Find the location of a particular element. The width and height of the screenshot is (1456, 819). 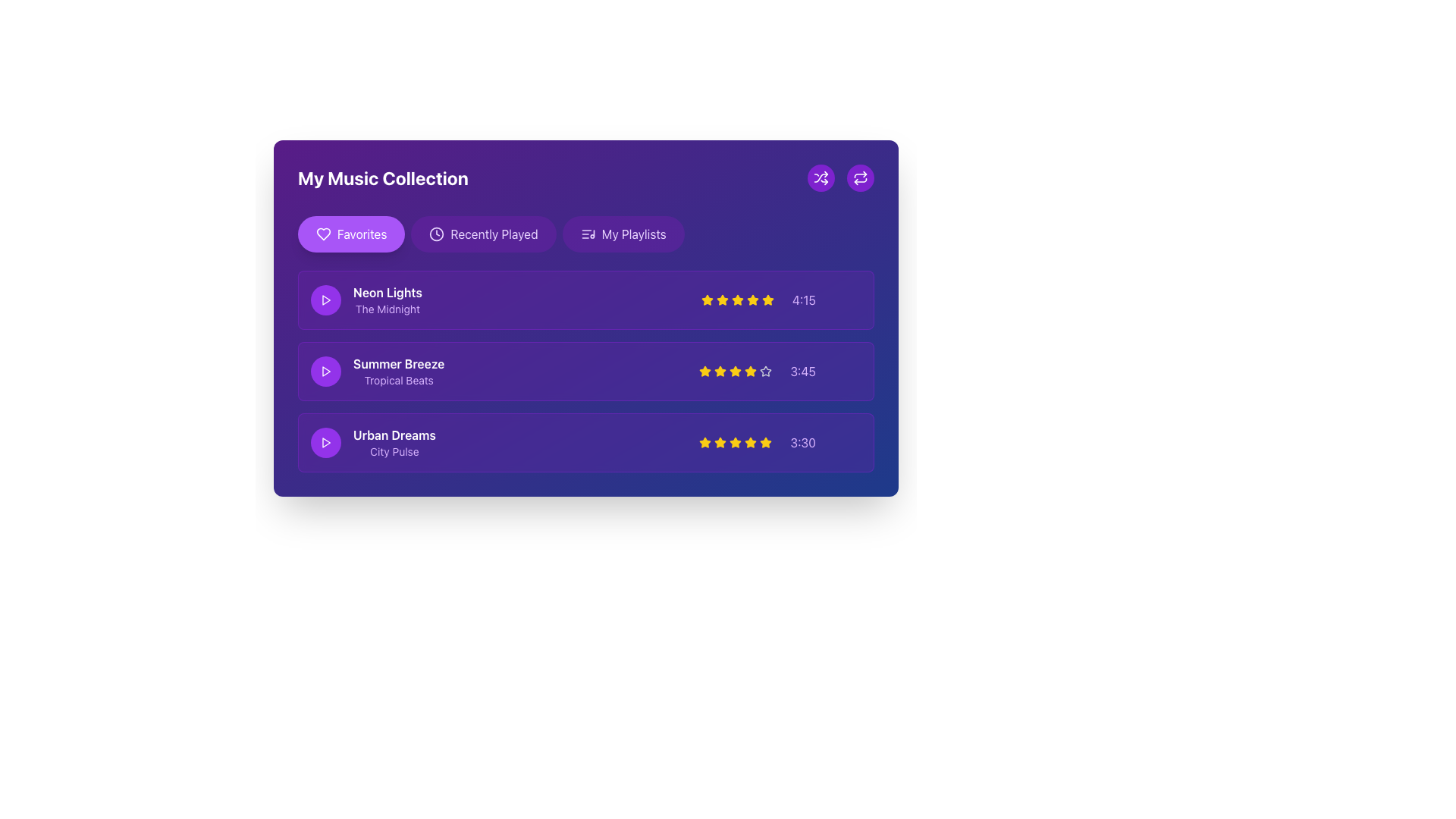

the favorites icon located to the left of the 'Favorites' text within the 'Favorites' button group is located at coordinates (323, 234).